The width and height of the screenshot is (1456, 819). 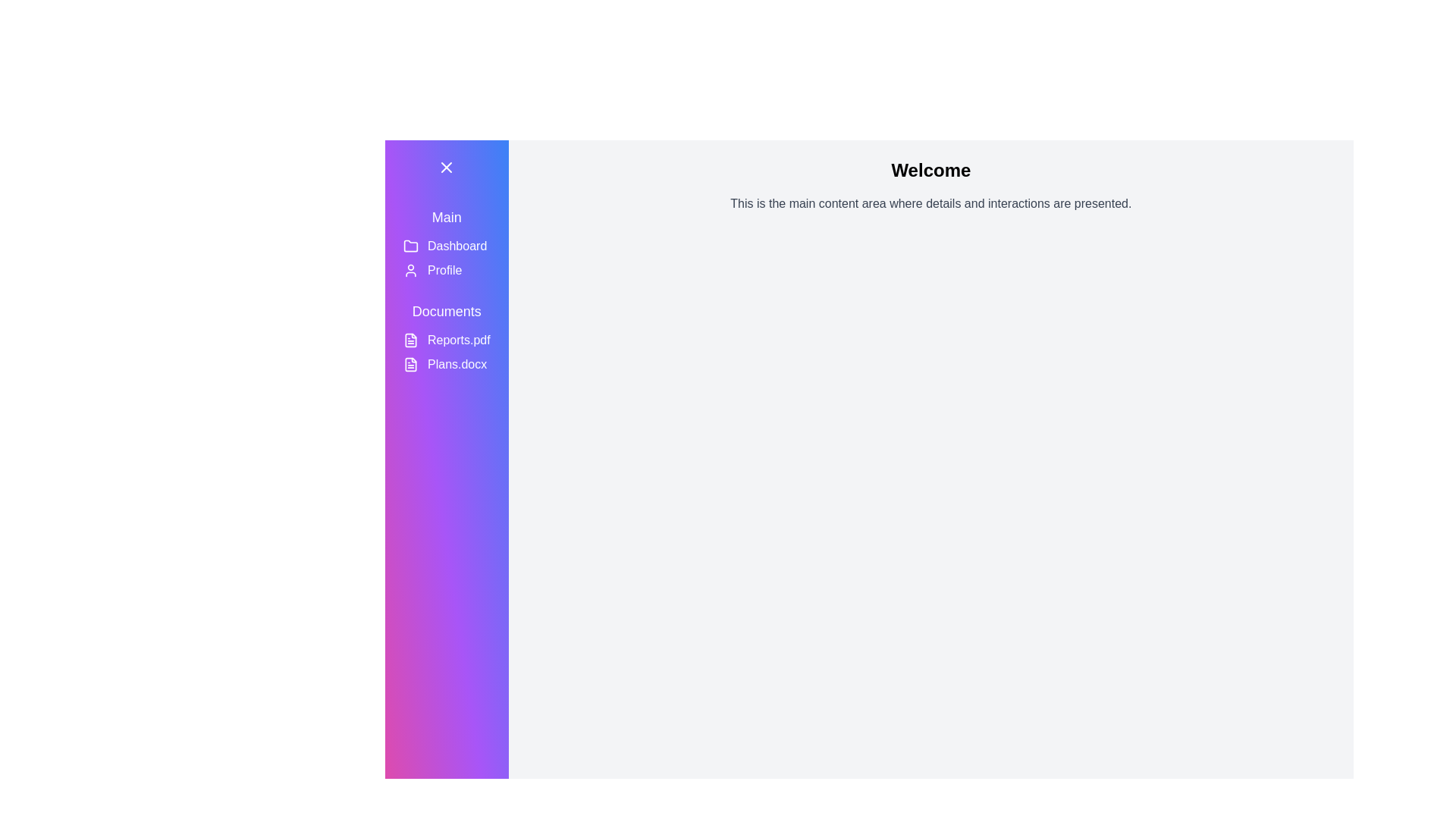 I want to click on the text label 'Reports.pdf' in the sidebar menu, so click(x=458, y=339).